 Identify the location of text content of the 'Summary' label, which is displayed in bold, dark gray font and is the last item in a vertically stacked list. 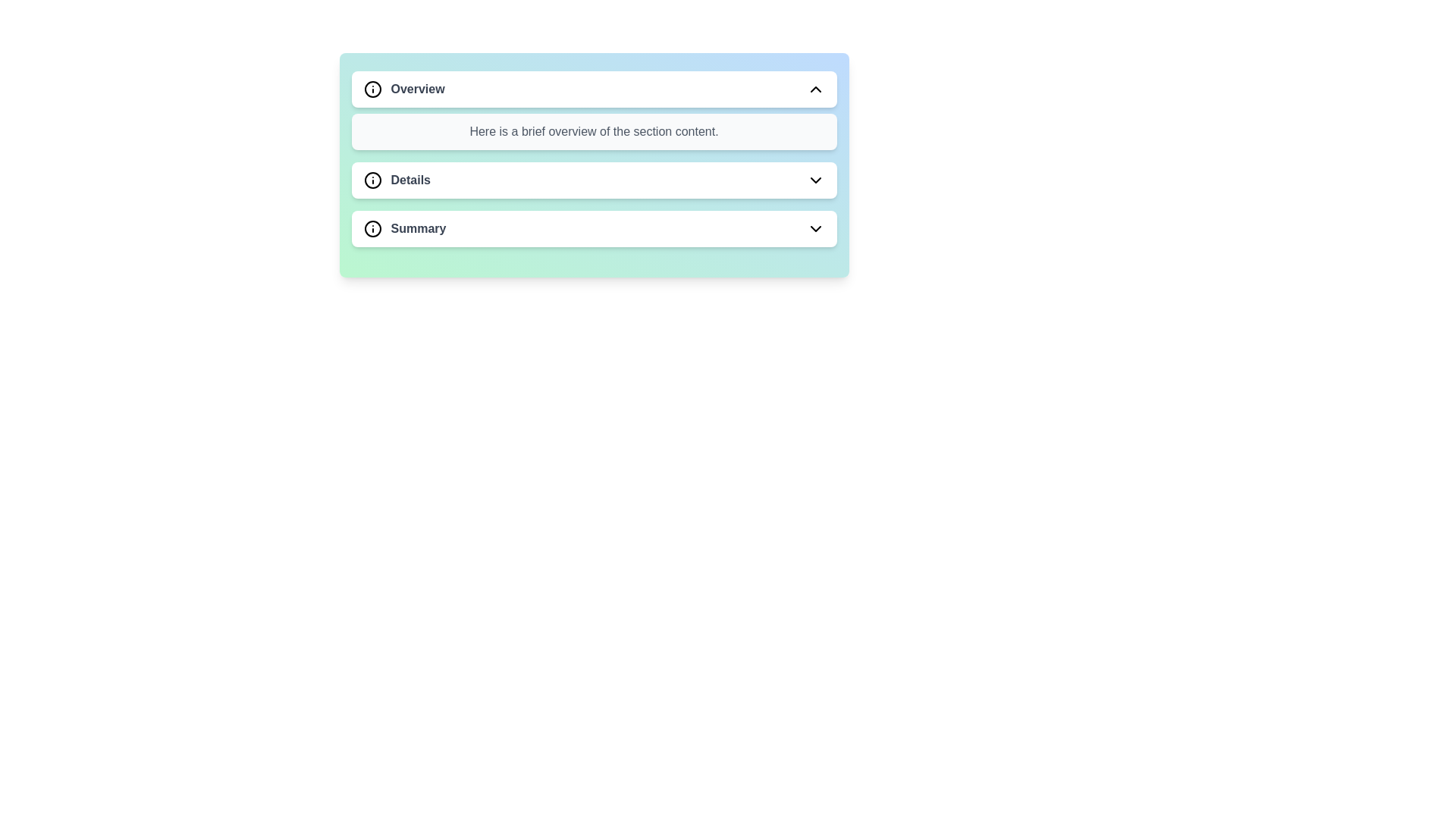
(419, 228).